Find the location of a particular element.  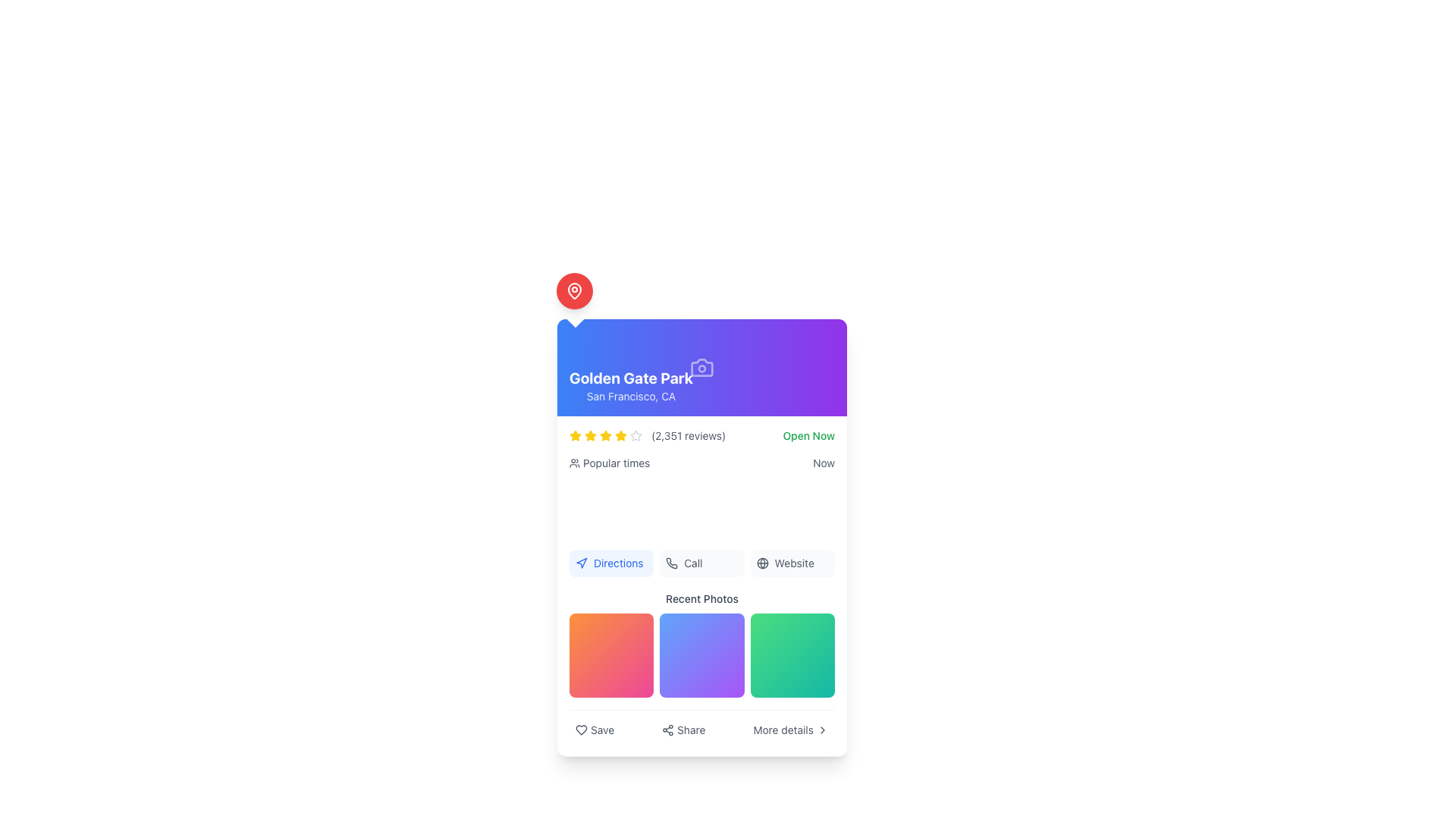

the fifth star in the rating system, which is unfilled and indicates an unrated portion, located above the text '(2,351 reviews)' is located at coordinates (636, 435).